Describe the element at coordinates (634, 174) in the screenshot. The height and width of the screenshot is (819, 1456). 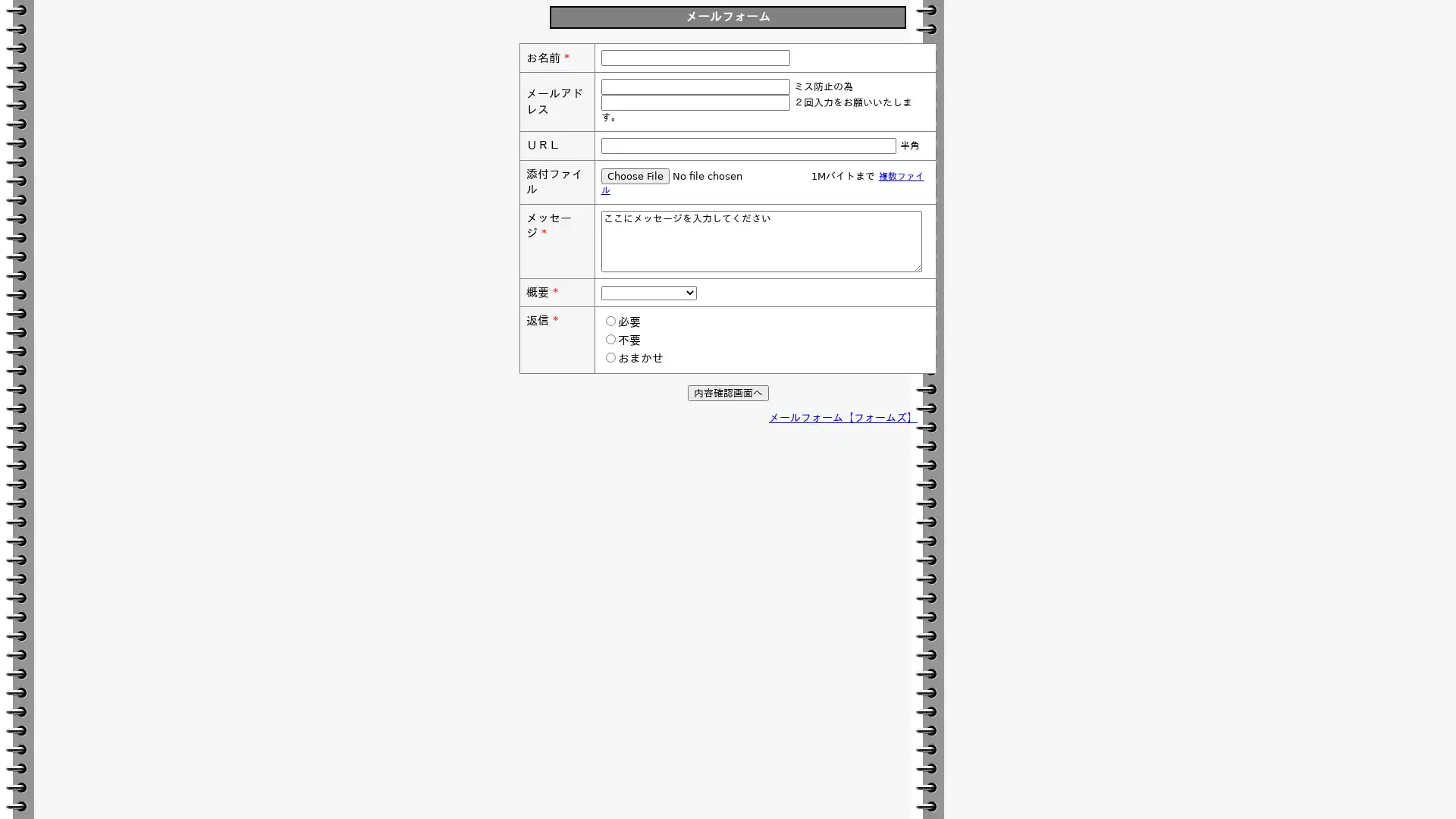
I see `Choose File` at that location.